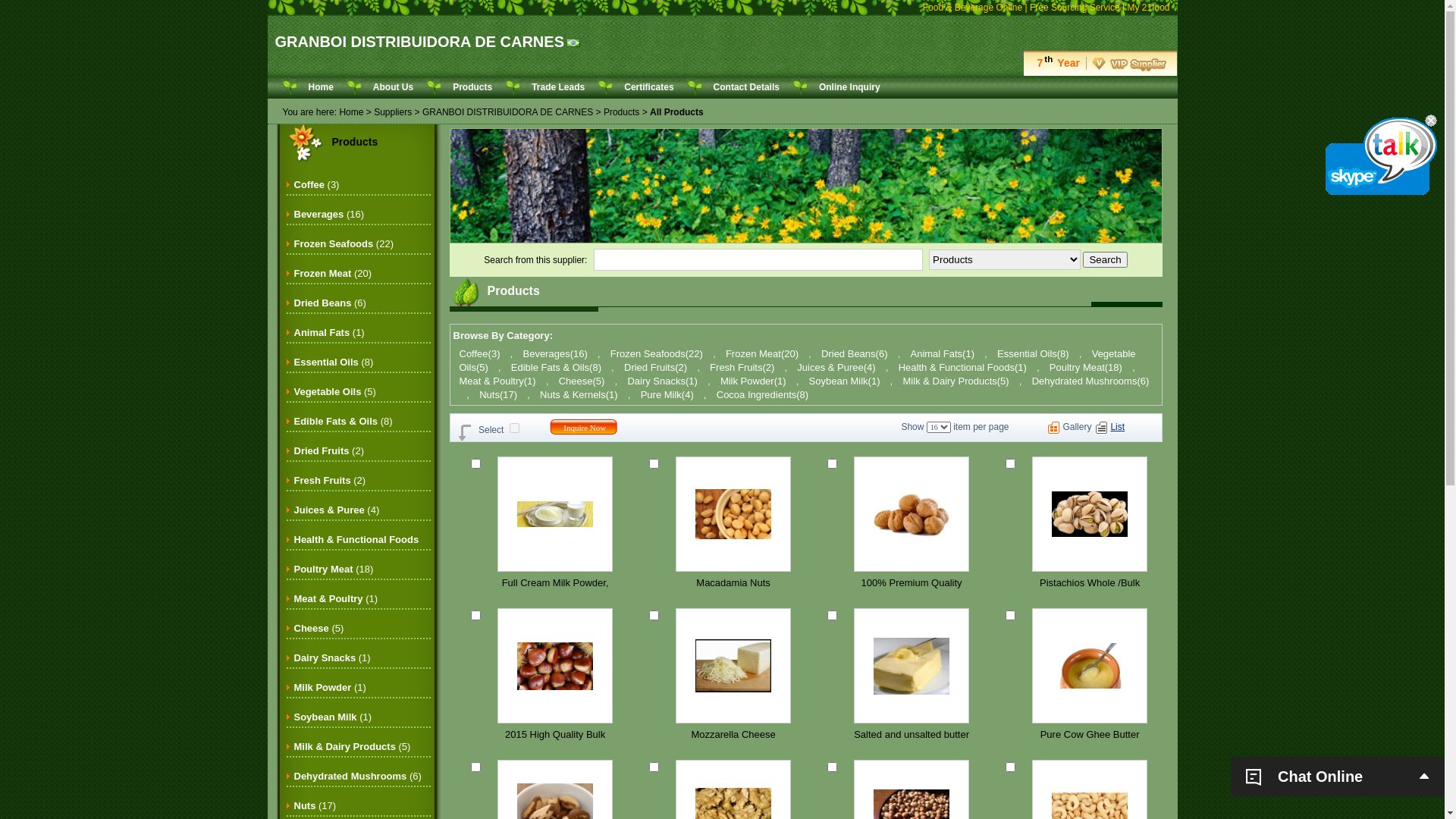  What do you see at coordinates (716, 394) in the screenshot?
I see `'Cocoa Ingredients(8)'` at bounding box center [716, 394].